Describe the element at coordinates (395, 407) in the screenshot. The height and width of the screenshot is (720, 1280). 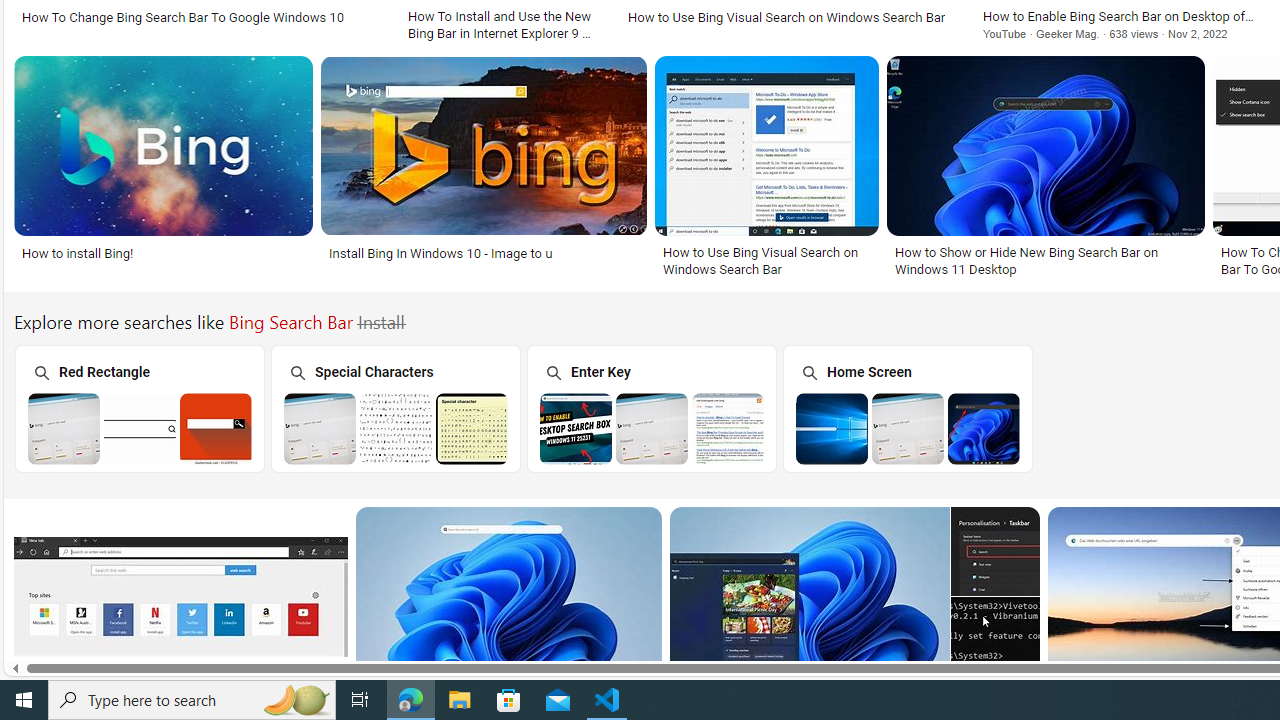
I see `'Bing Search Bar Special Characters Special Characters'` at that location.